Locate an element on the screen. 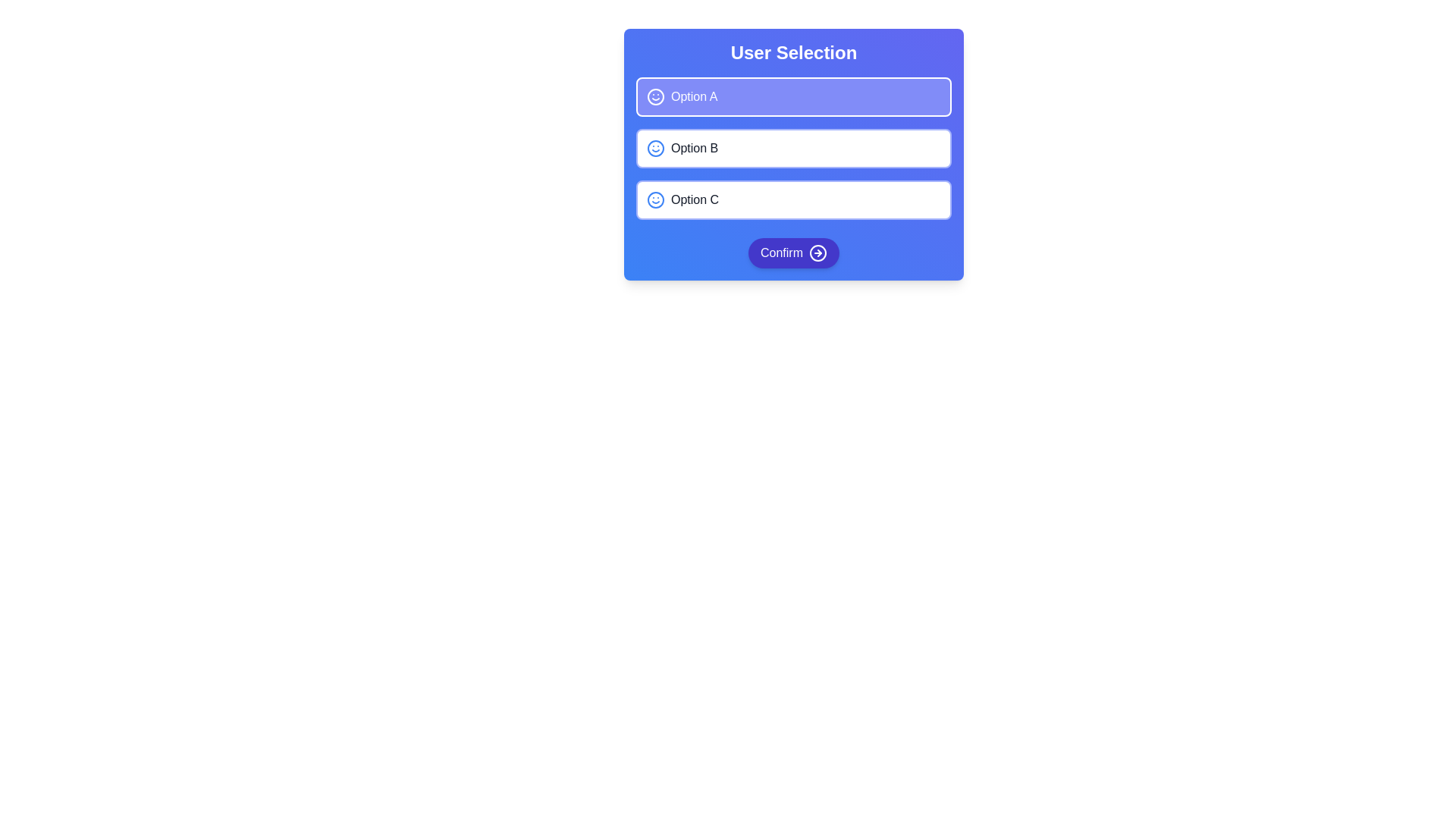  the decorative circle component of the smiling face icon, which is part of the third option labeled 'Option C' in the list is located at coordinates (655, 199).